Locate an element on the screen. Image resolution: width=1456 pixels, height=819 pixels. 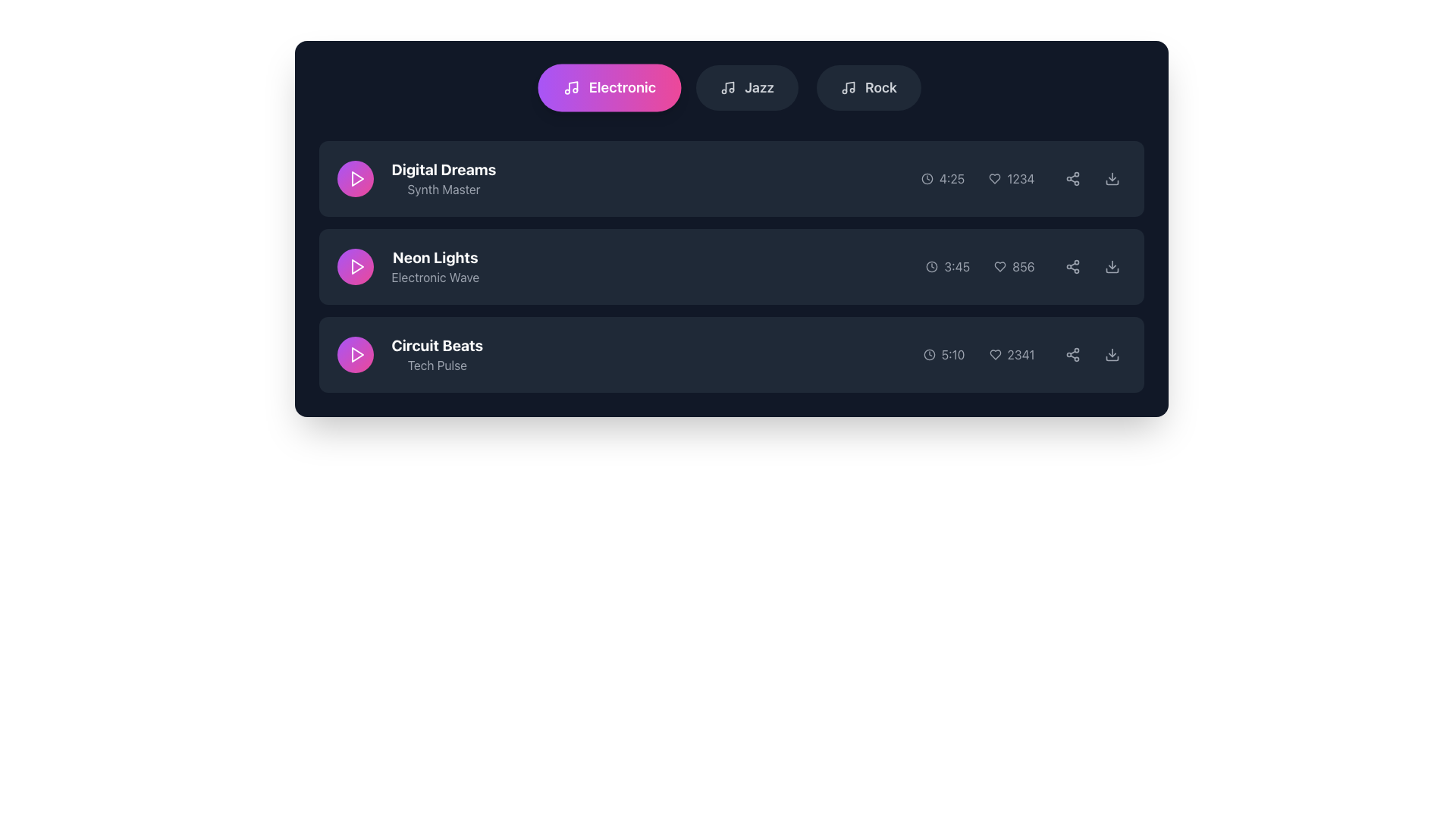
the outlined heart SVG icon is located at coordinates (1000, 265).